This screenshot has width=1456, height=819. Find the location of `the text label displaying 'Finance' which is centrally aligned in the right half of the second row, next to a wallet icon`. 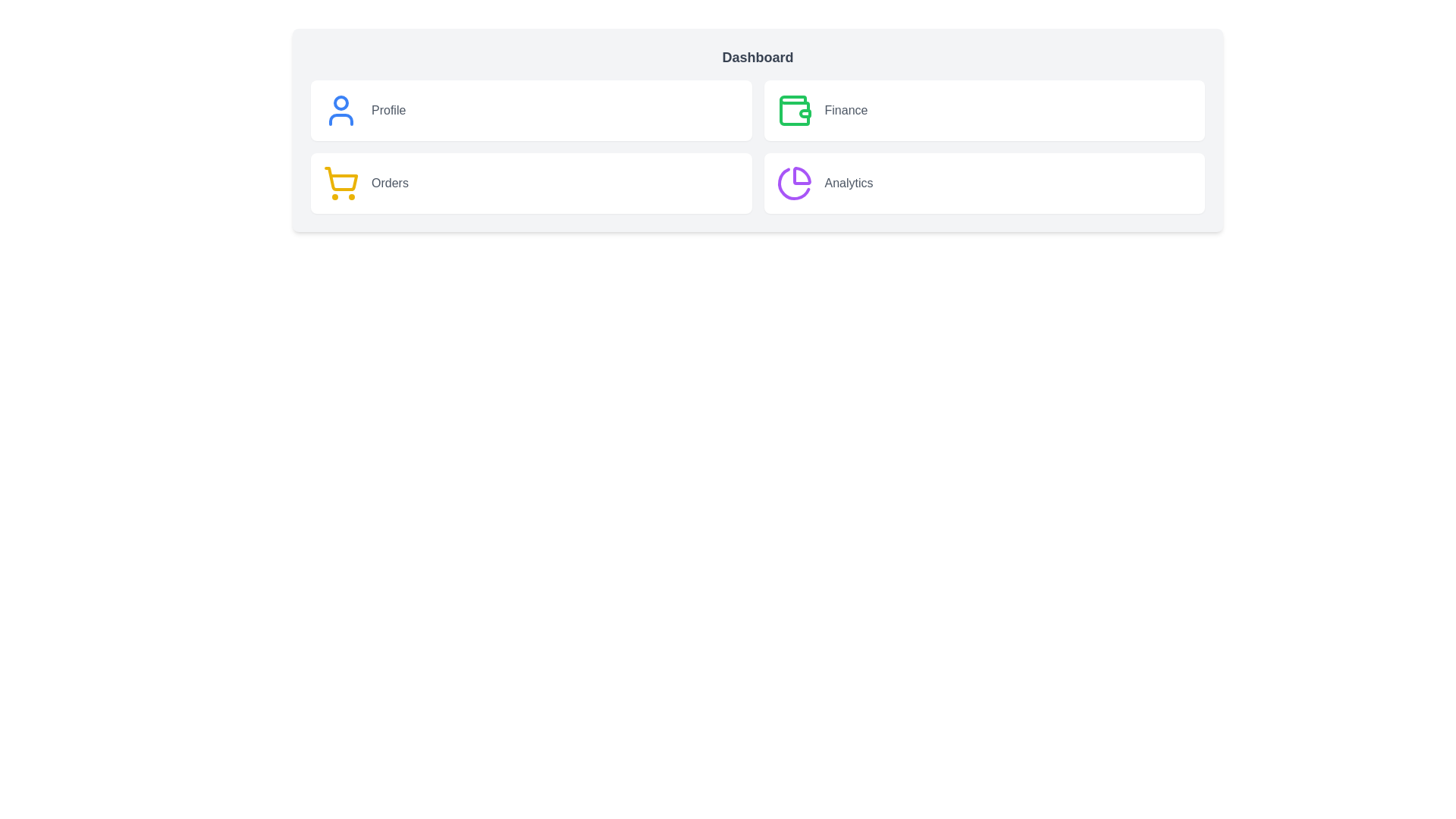

the text label displaying 'Finance' which is centrally aligned in the right half of the second row, next to a wallet icon is located at coordinates (845, 110).